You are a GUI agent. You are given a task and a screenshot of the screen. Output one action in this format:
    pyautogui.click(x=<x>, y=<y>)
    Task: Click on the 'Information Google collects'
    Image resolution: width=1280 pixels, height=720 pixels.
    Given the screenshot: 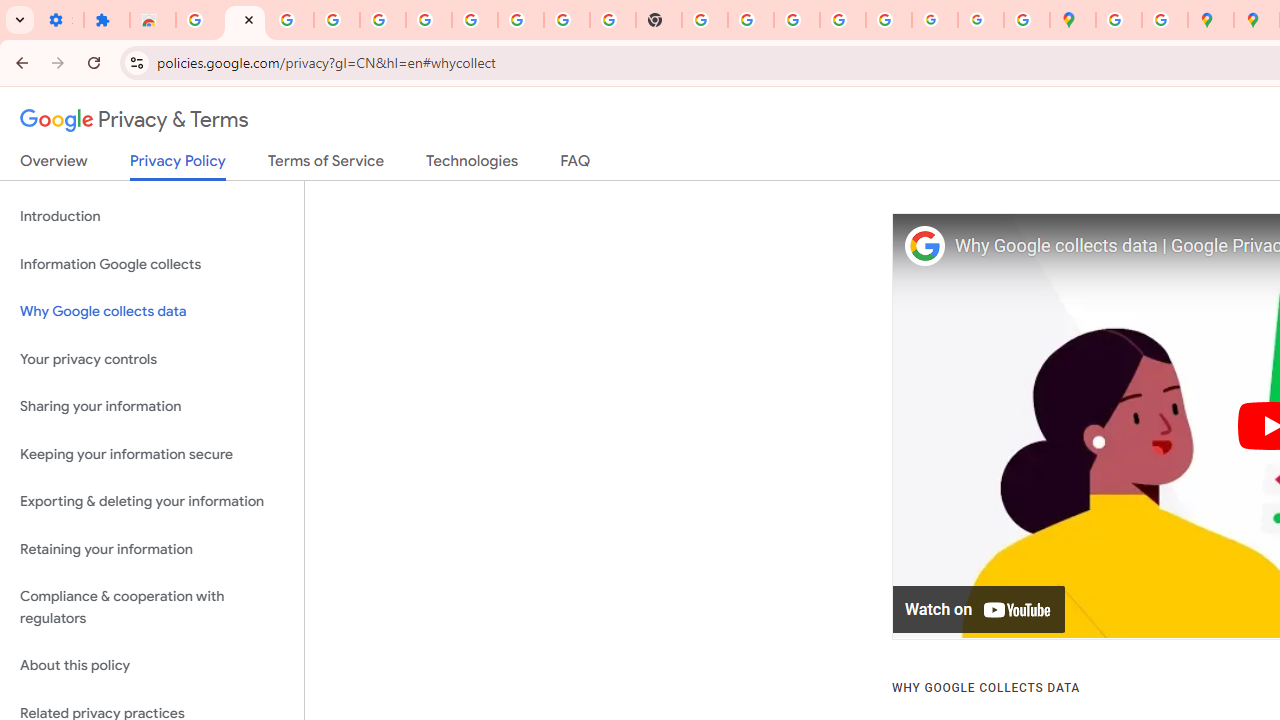 What is the action you would take?
    pyautogui.click(x=151, y=263)
    